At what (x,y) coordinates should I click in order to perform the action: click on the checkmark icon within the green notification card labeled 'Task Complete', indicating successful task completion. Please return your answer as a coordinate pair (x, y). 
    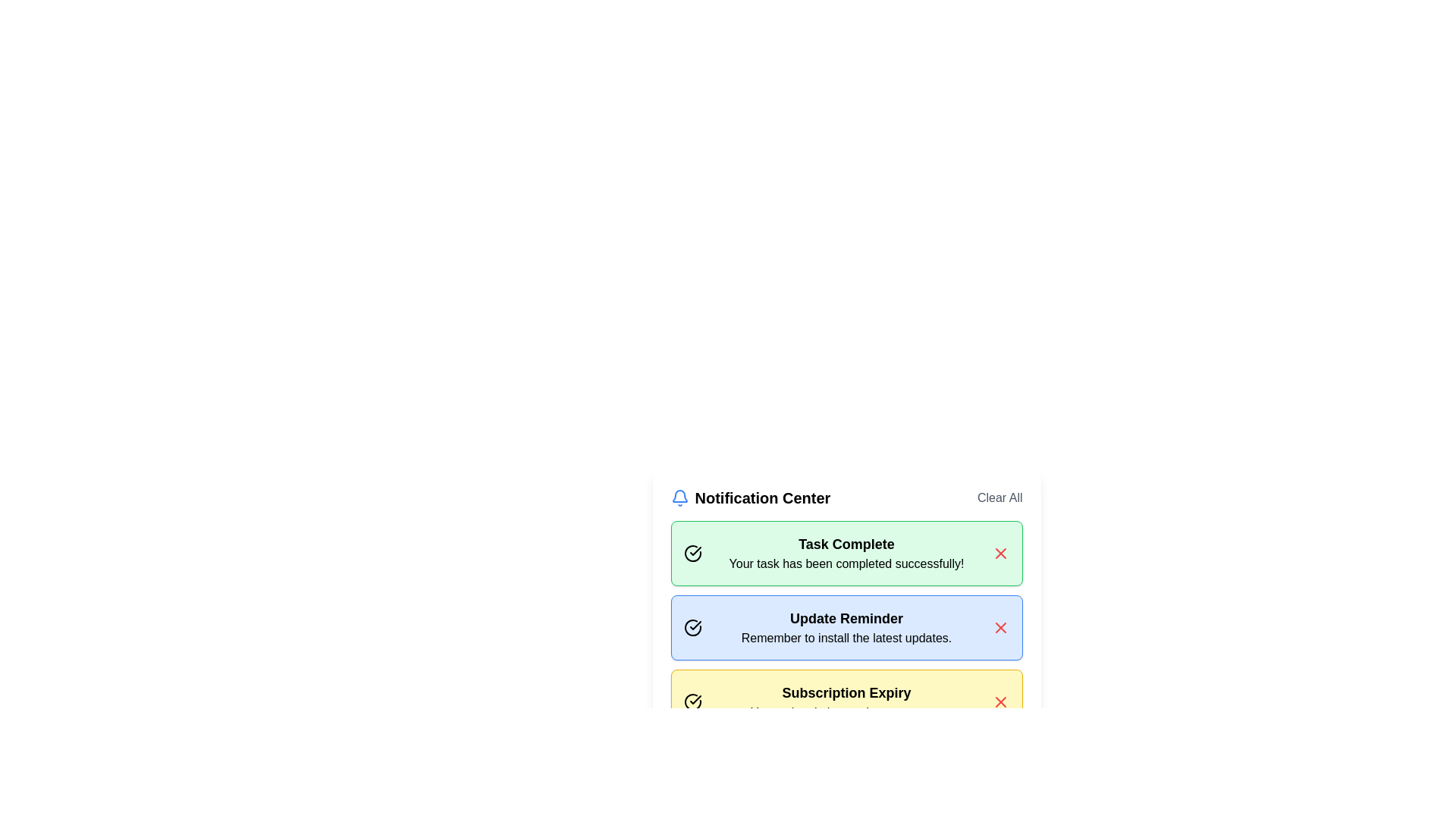
    Looking at the image, I should click on (694, 626).